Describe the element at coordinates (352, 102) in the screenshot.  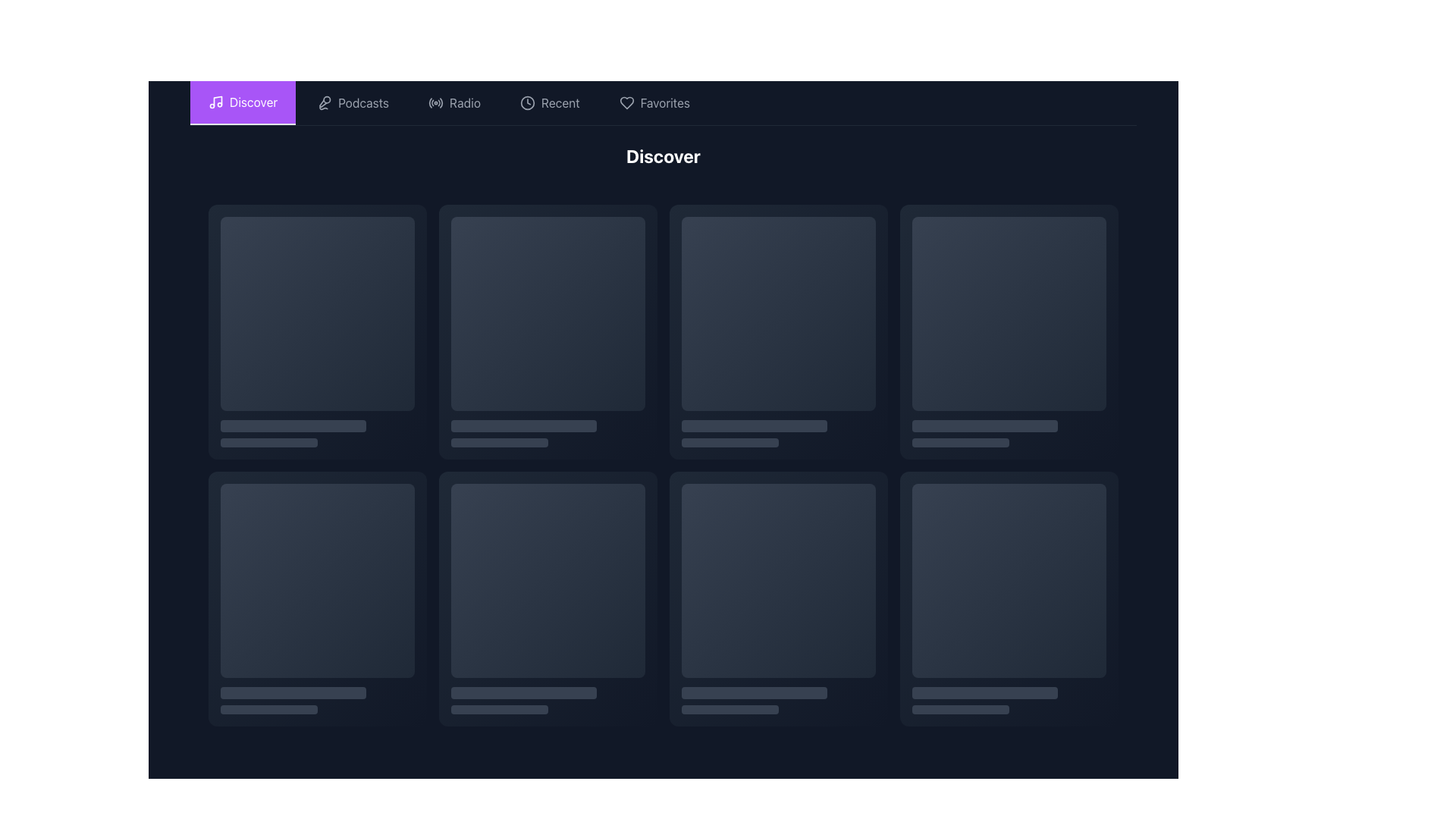
I see `the 'Podcasts' button in the navigation bar` at that location.